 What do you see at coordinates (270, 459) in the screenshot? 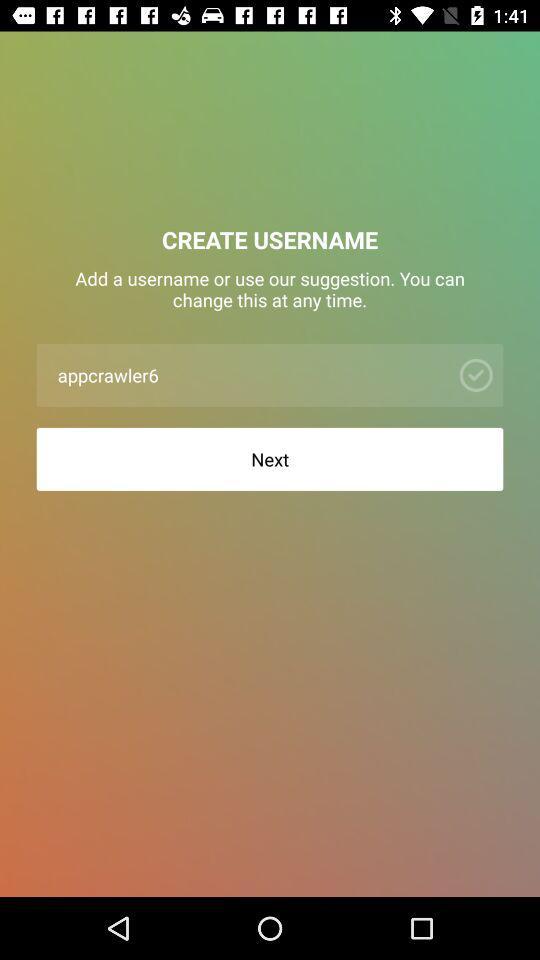
I see `the icon below appcrawler6 icon` at bounding box center [270, 459].